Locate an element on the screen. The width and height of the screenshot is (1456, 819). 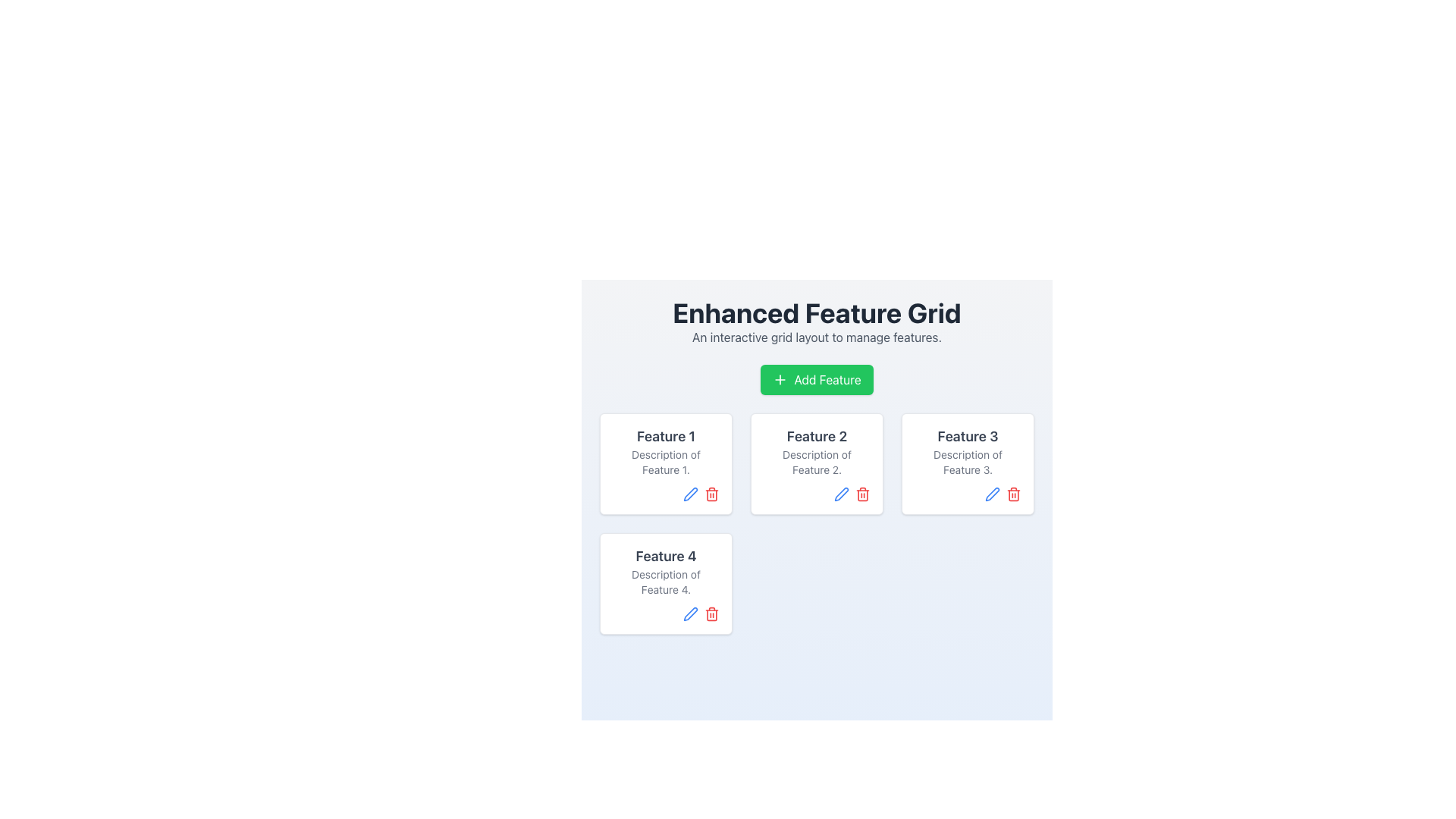
the red trash bin icon located in the bottom-right corner of the 'Feature 3' card is located at coordinates (1014, 494).